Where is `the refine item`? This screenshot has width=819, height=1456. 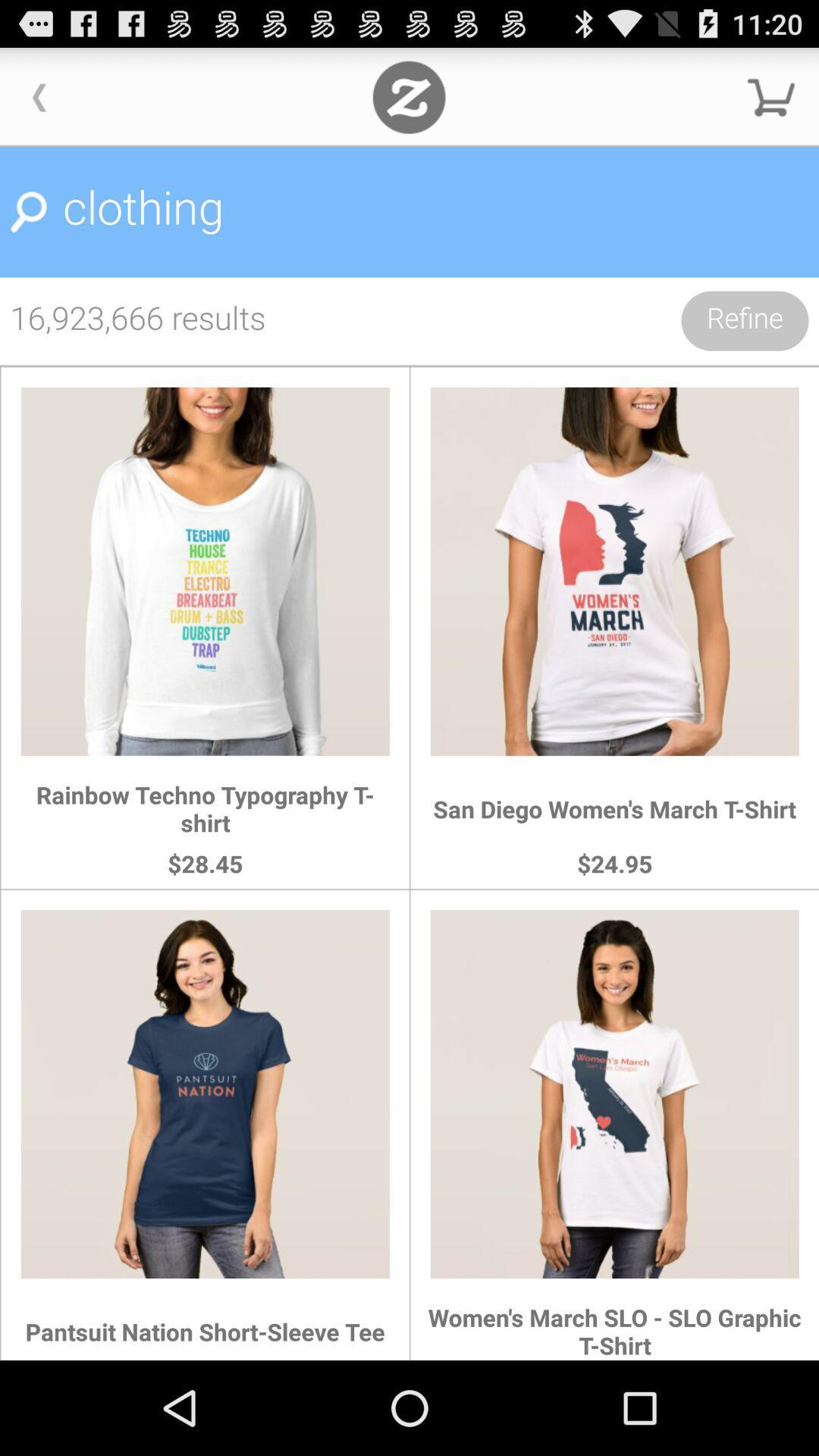
the refine item is located at coordinates (744, 320).